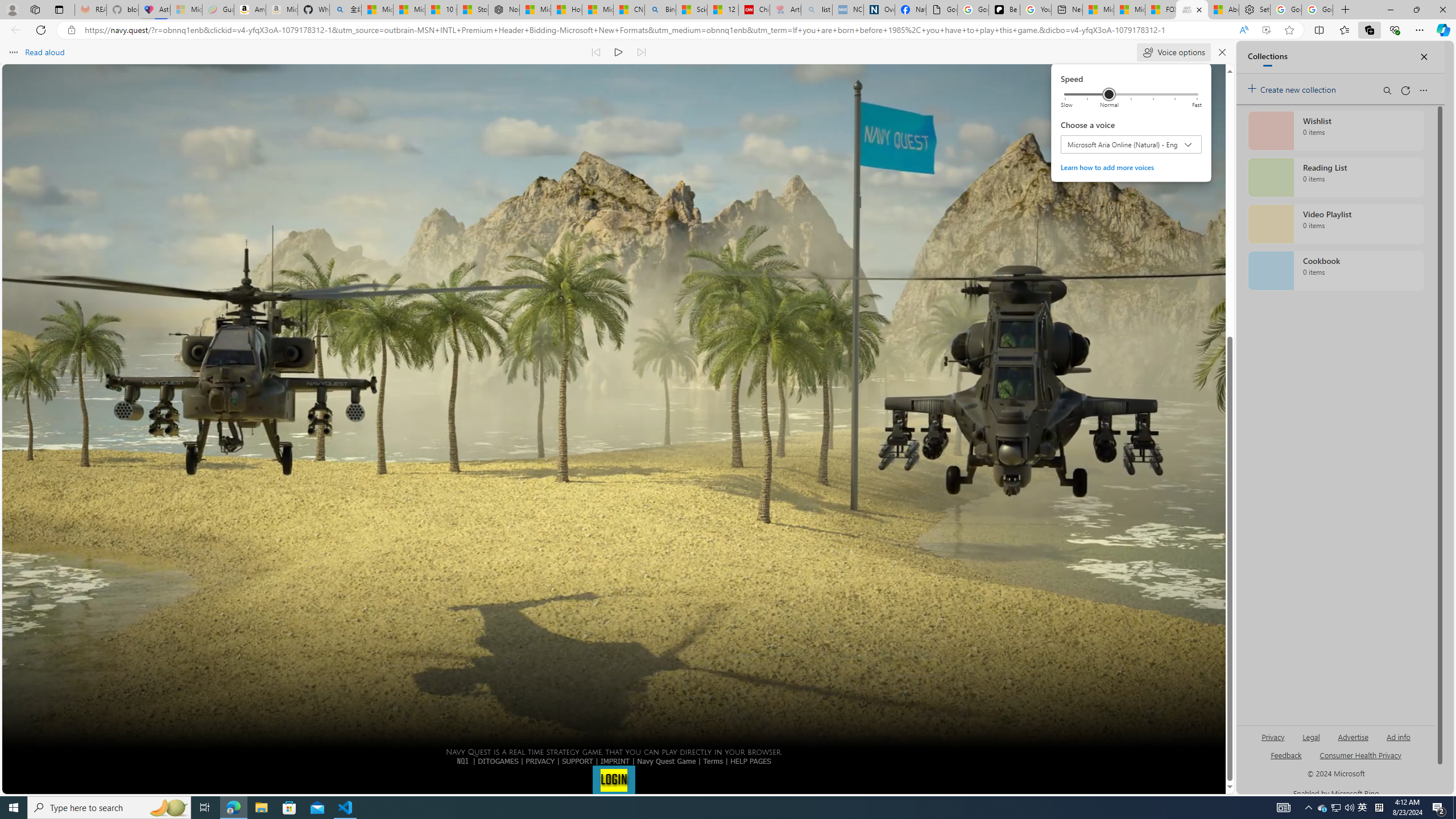 The width and height of the screenshot is (1456, 819). I want to click on 'Nordace - Nordace Siena Is Not An Ordinary Backpack', so click(503, 9).